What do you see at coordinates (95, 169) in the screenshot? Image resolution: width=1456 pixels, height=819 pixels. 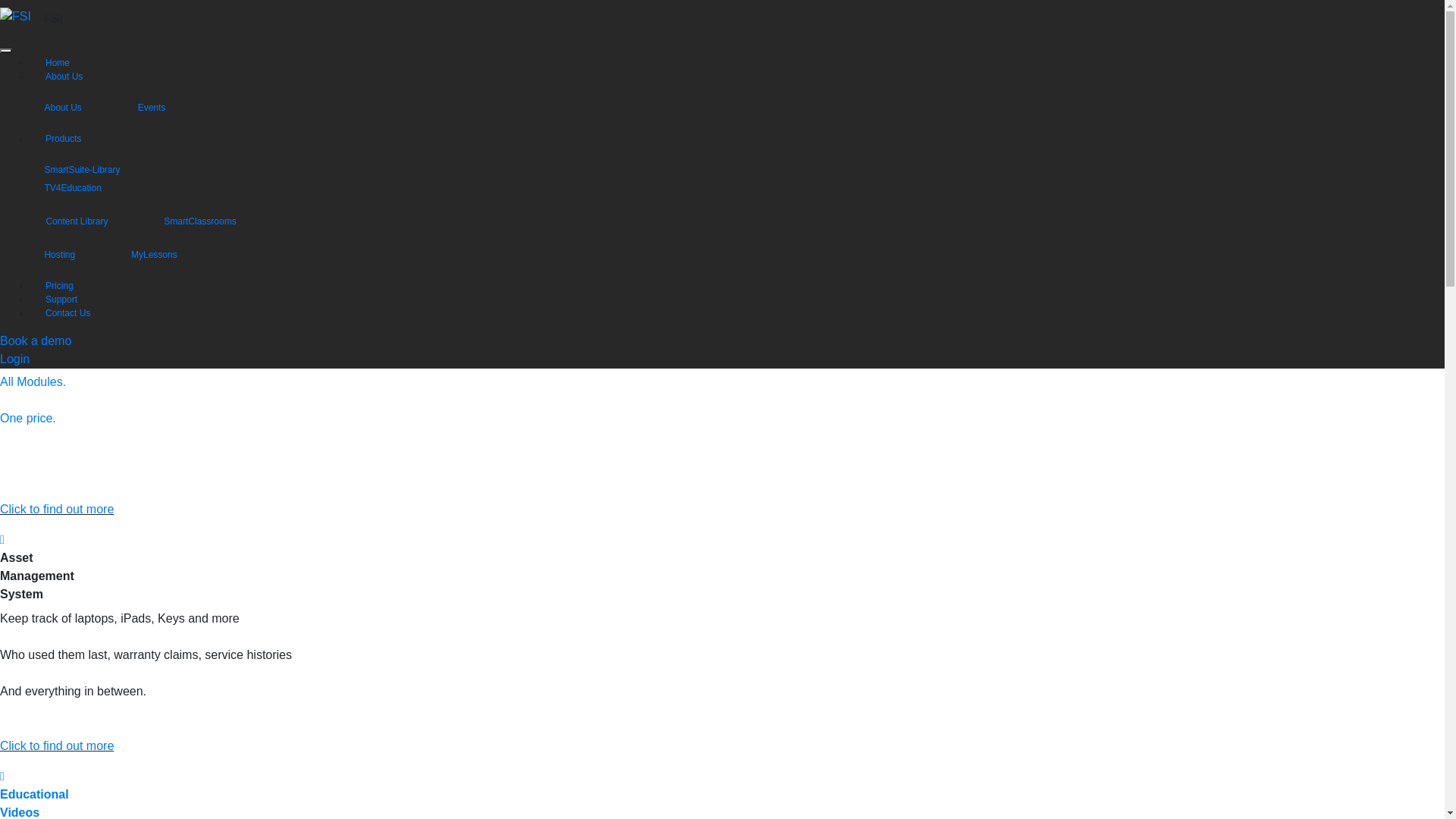 I see `'SmartSuite-Library'` at bounding box center [95, 169].